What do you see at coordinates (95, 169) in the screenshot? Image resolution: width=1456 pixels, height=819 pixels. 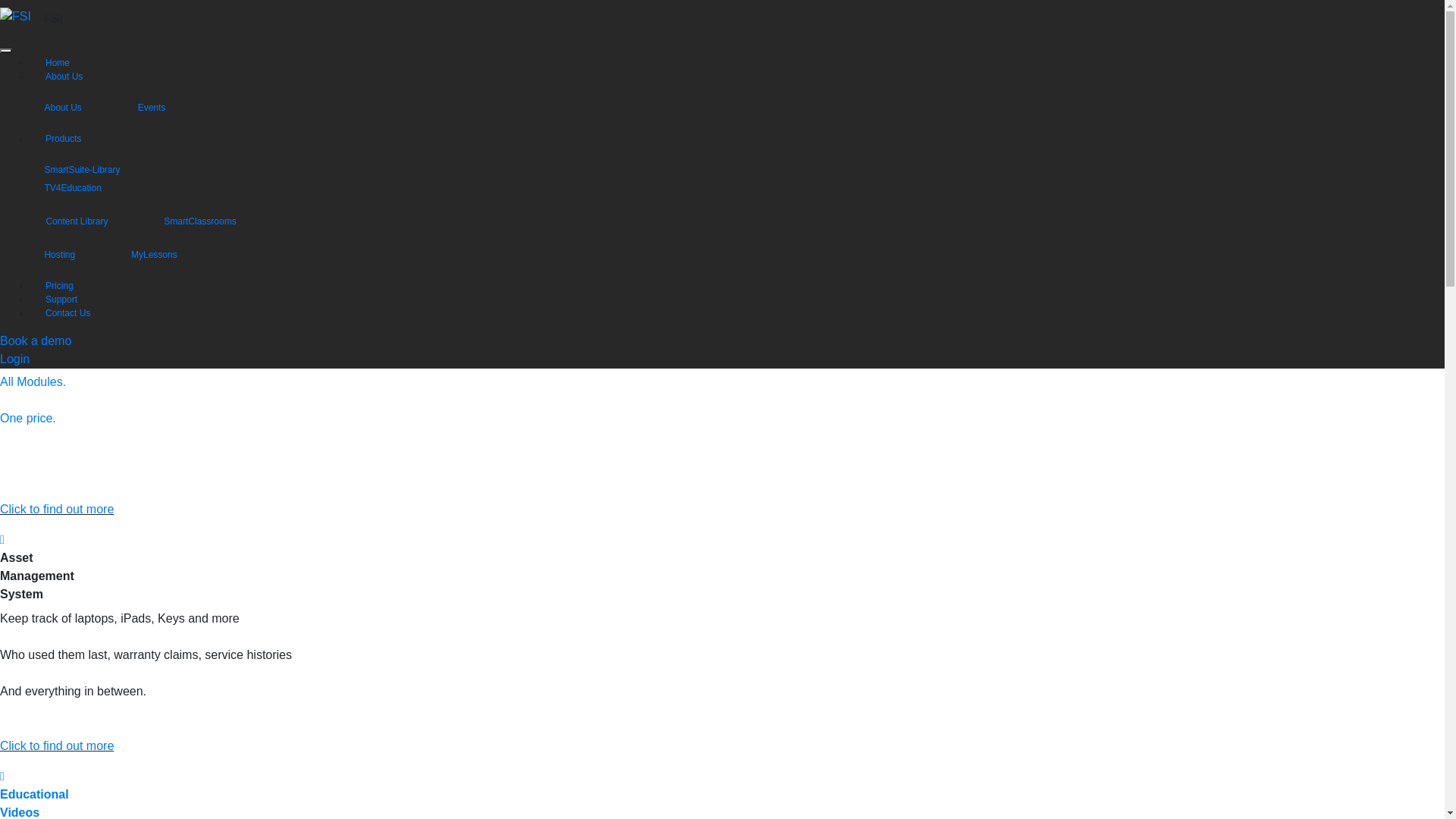 I see `'SmartSuite-Library'` at bounding box center [95, 169].